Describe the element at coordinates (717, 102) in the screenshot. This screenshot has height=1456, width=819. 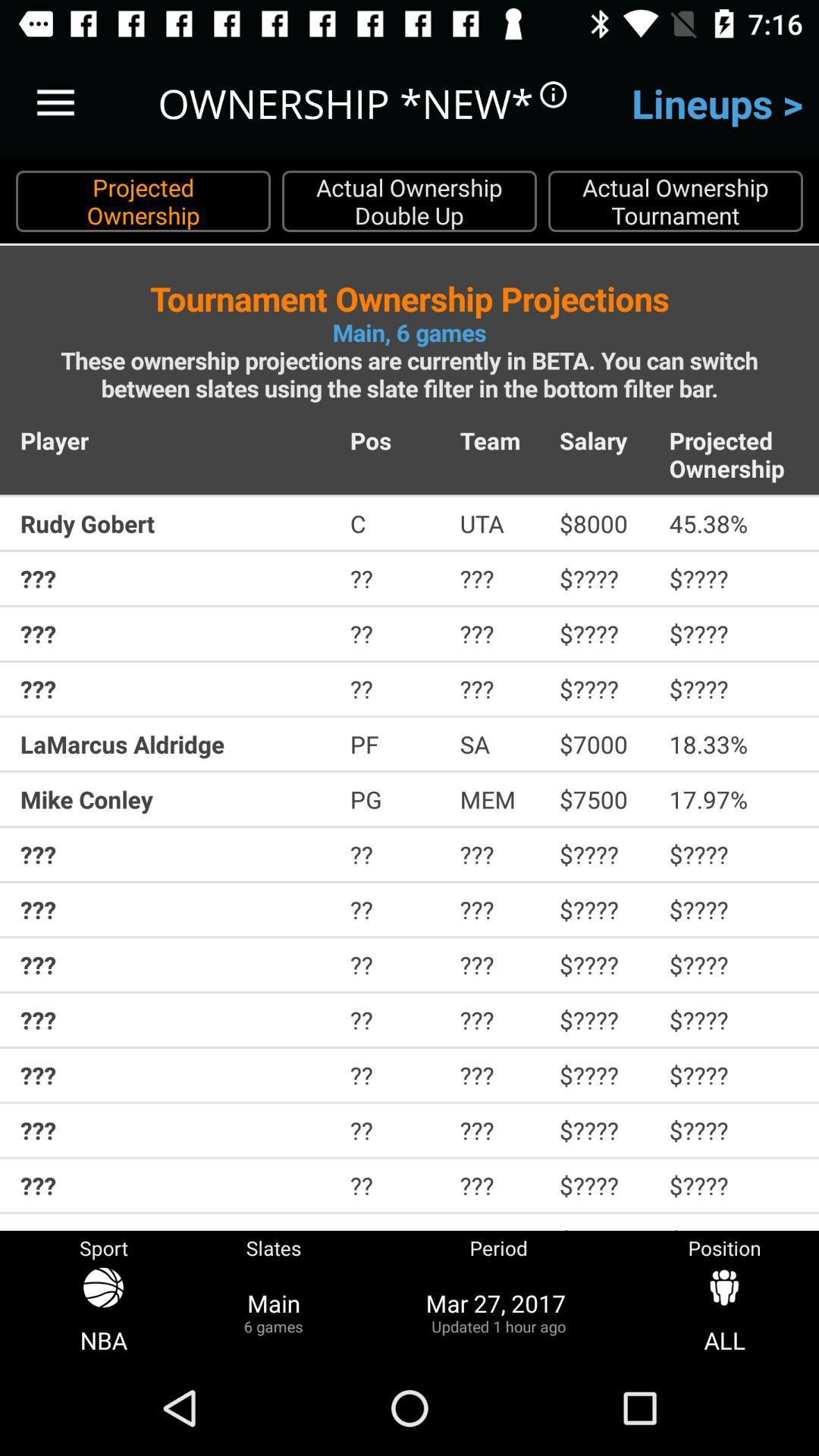
I see `the lineups > item` at that location.